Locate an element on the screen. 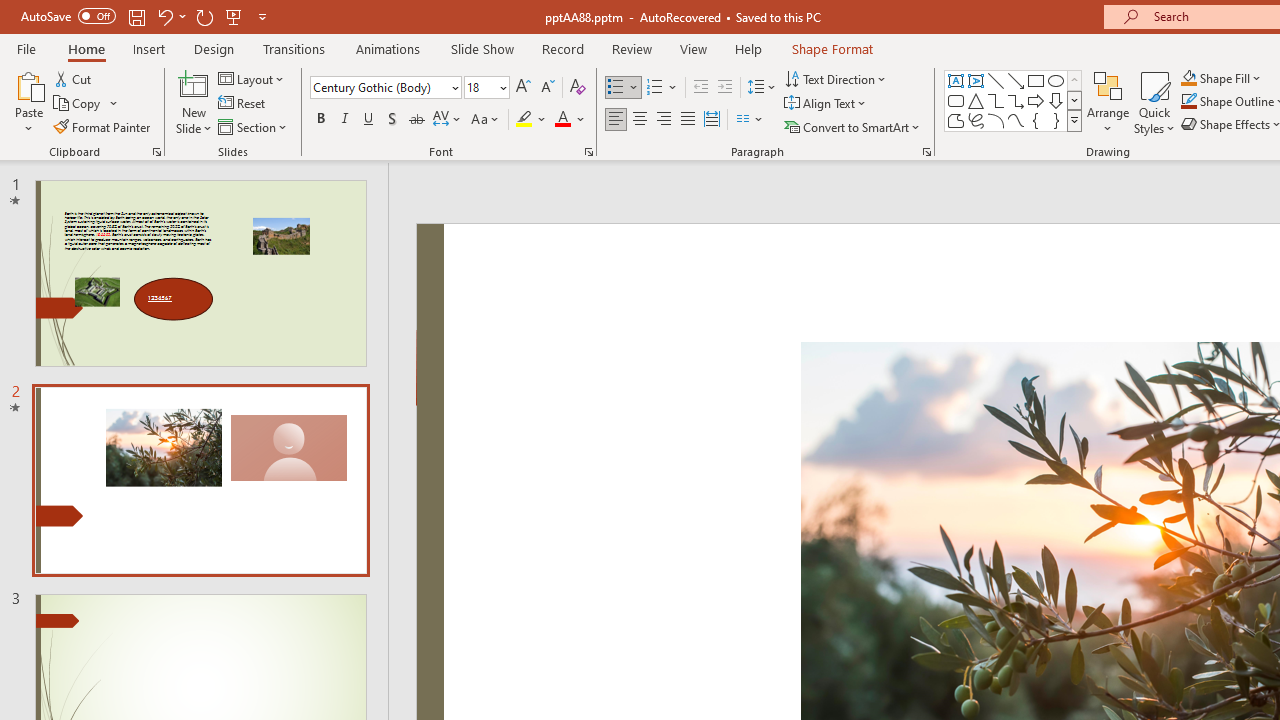 The height and width of the screenshot is (720, 1280). 'Bold' is located at coordinates (320, 119).